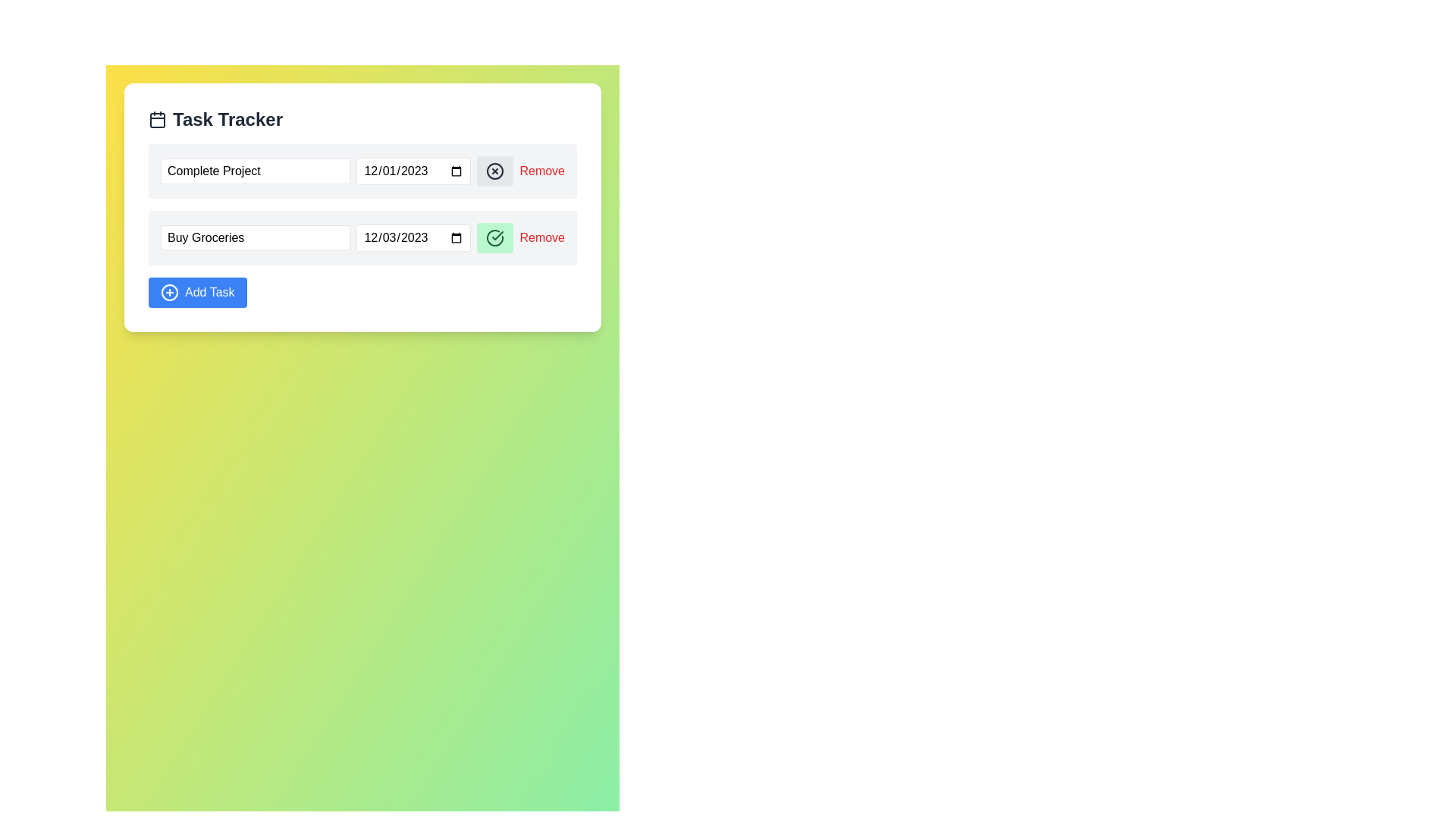 This screenshot has height=819, width=1456. Describe the element at coordinates (497, 236) in the screenshot. I see `the small green checkmark icon indicating completion for the task 'Buy Groceries', located at the far right of its row in the task list` at that location.